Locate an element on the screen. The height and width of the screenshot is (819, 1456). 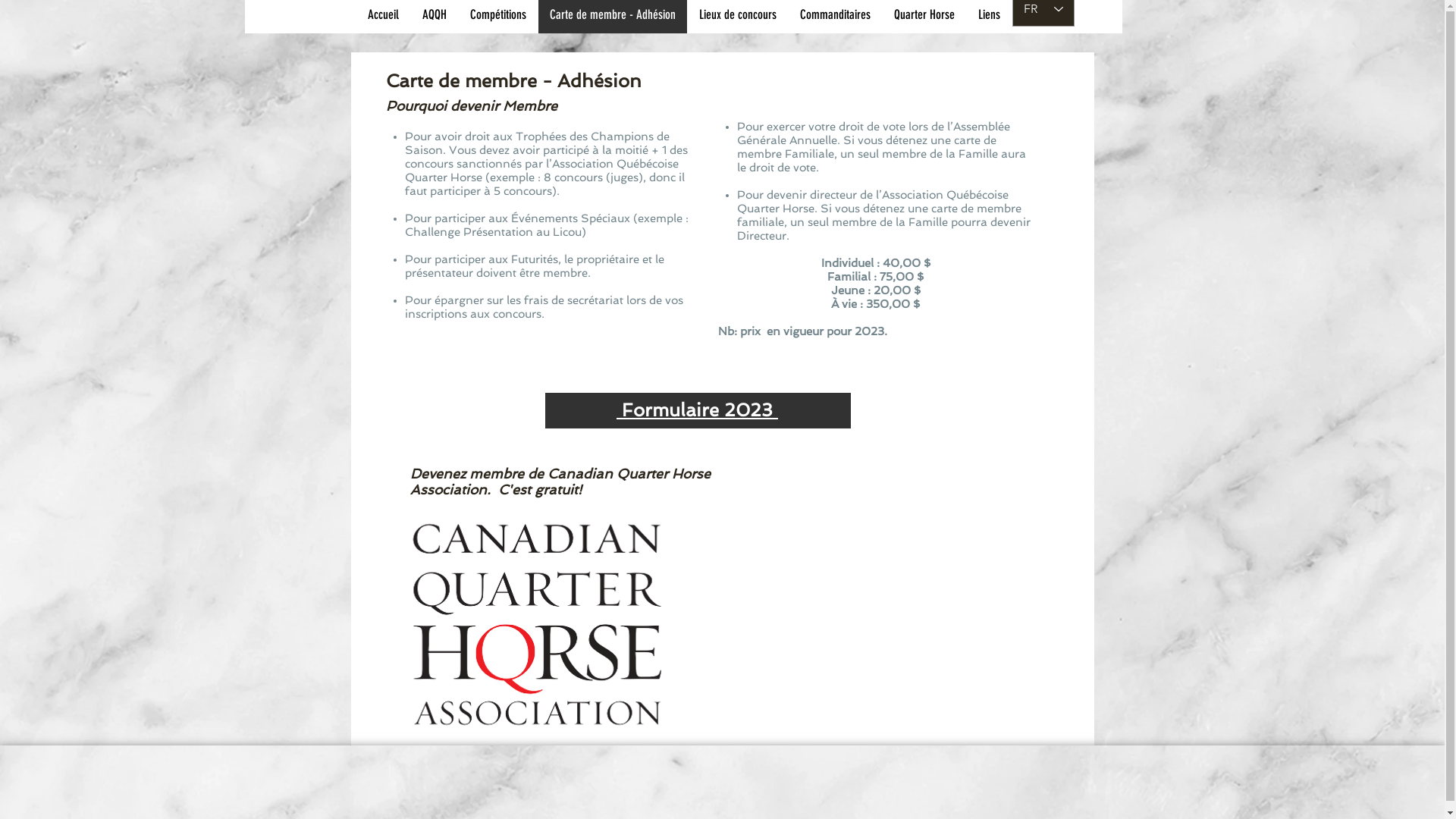
' Formulaire 2023 ' is located at coordinates (696, 409).